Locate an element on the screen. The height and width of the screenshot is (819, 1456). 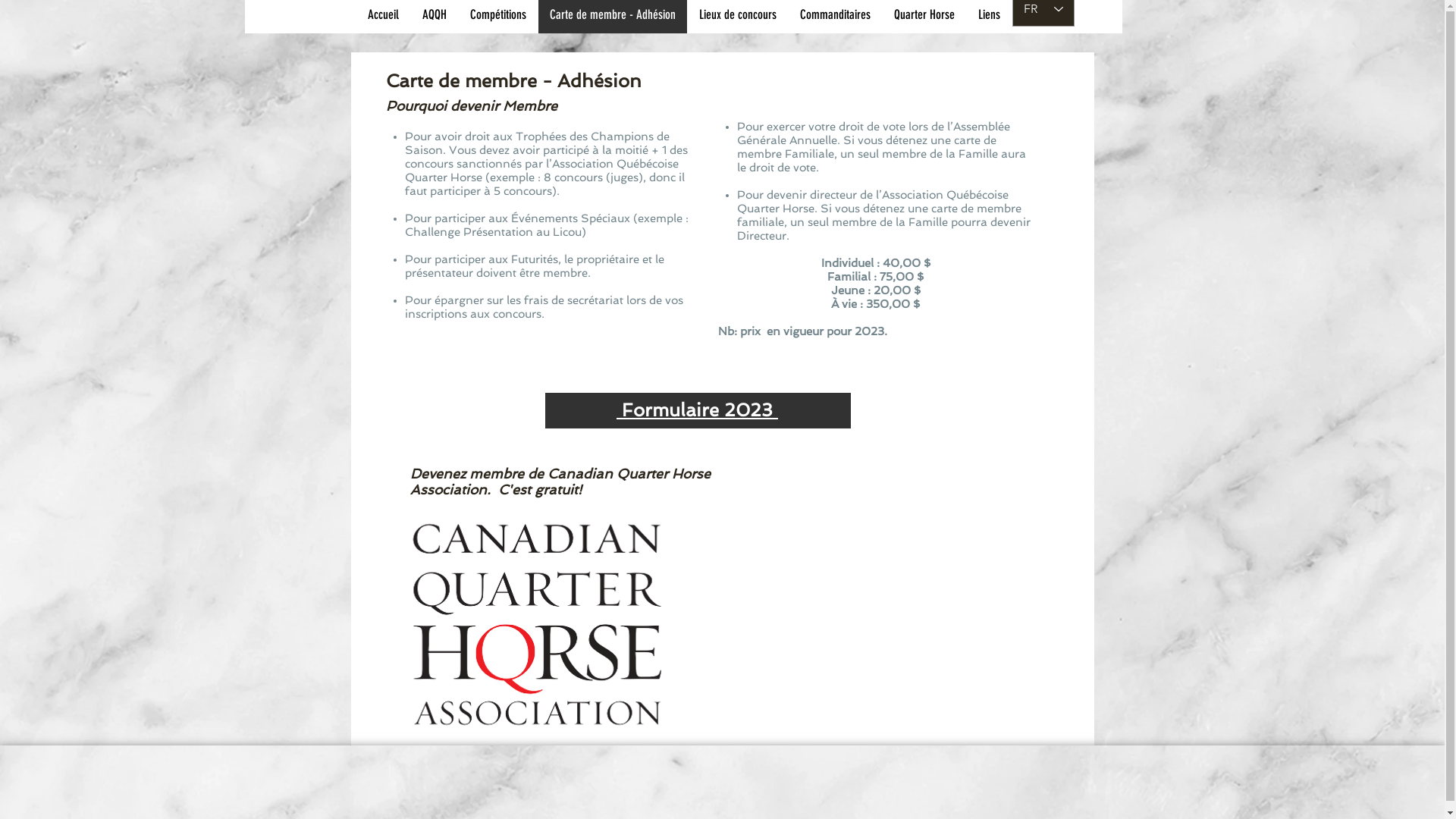
' Formulaire 2023 ' is located at coordinates (696, 409).